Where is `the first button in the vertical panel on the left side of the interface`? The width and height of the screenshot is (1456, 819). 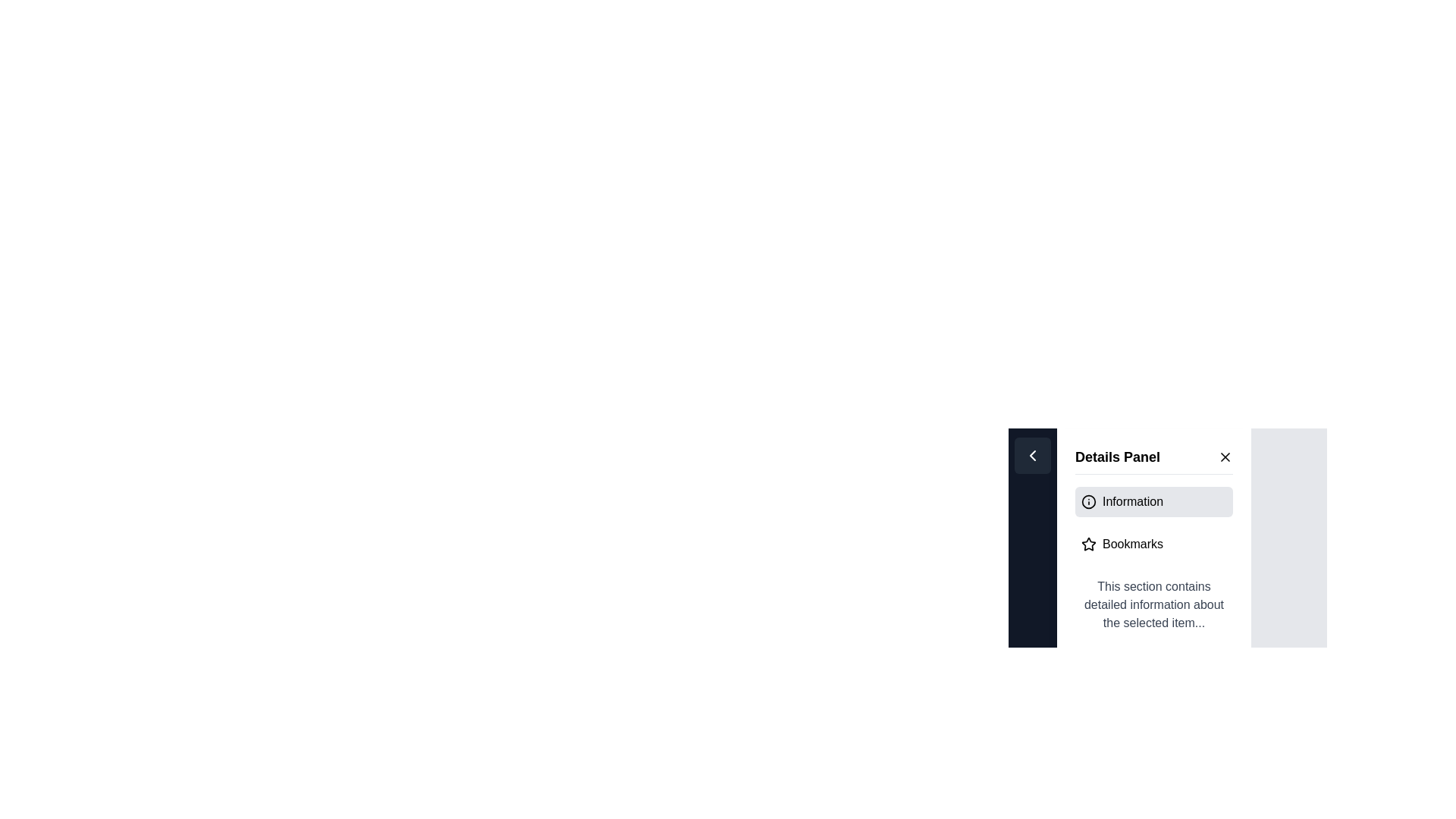
the first button in the vertical panel on the left side of the interface is located at coordinates (1032, 455).